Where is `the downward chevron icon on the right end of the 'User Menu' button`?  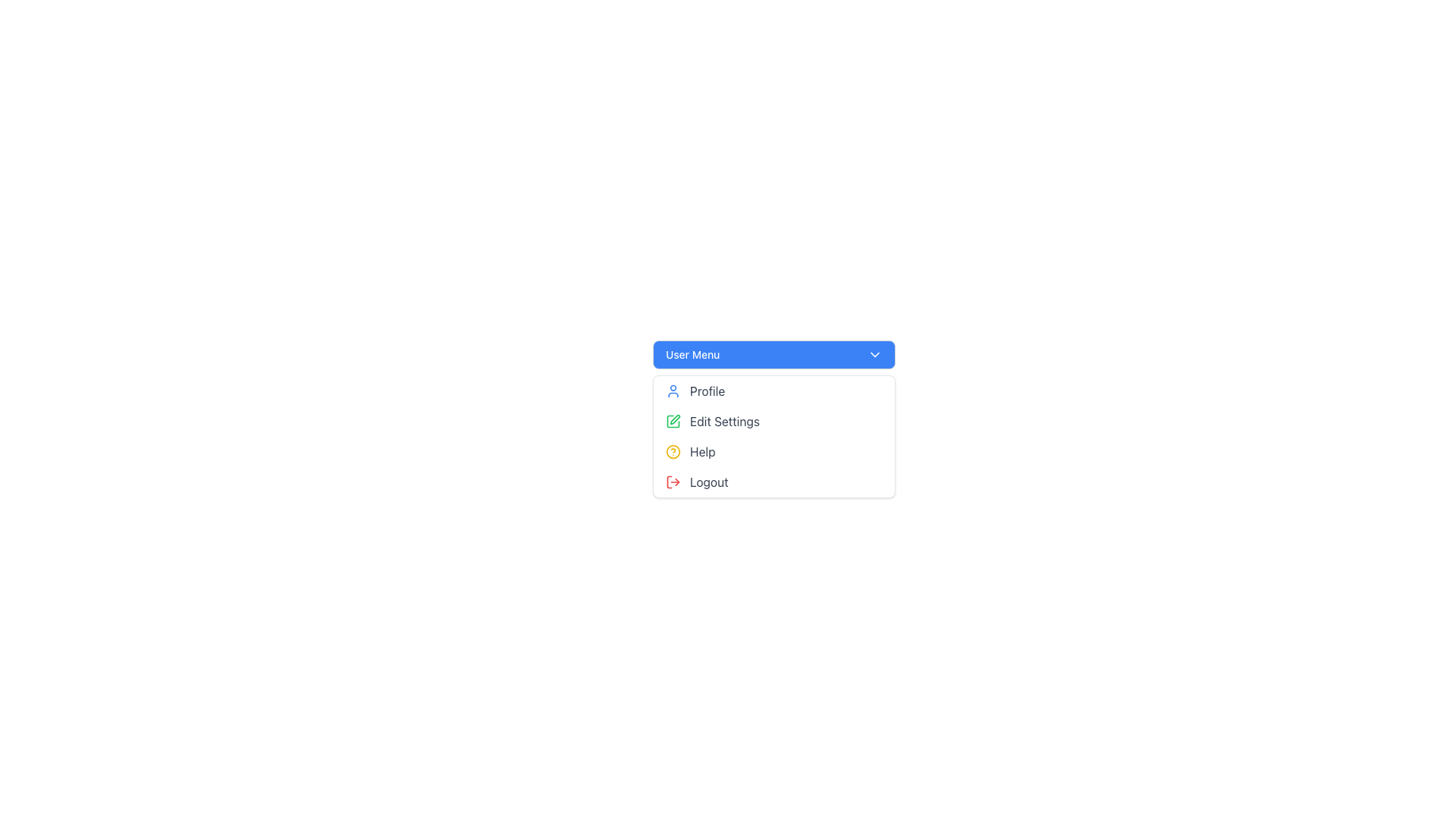 the downward chevron icon on the right end of the 'User Menu' button is located at coordinates (874, 354).